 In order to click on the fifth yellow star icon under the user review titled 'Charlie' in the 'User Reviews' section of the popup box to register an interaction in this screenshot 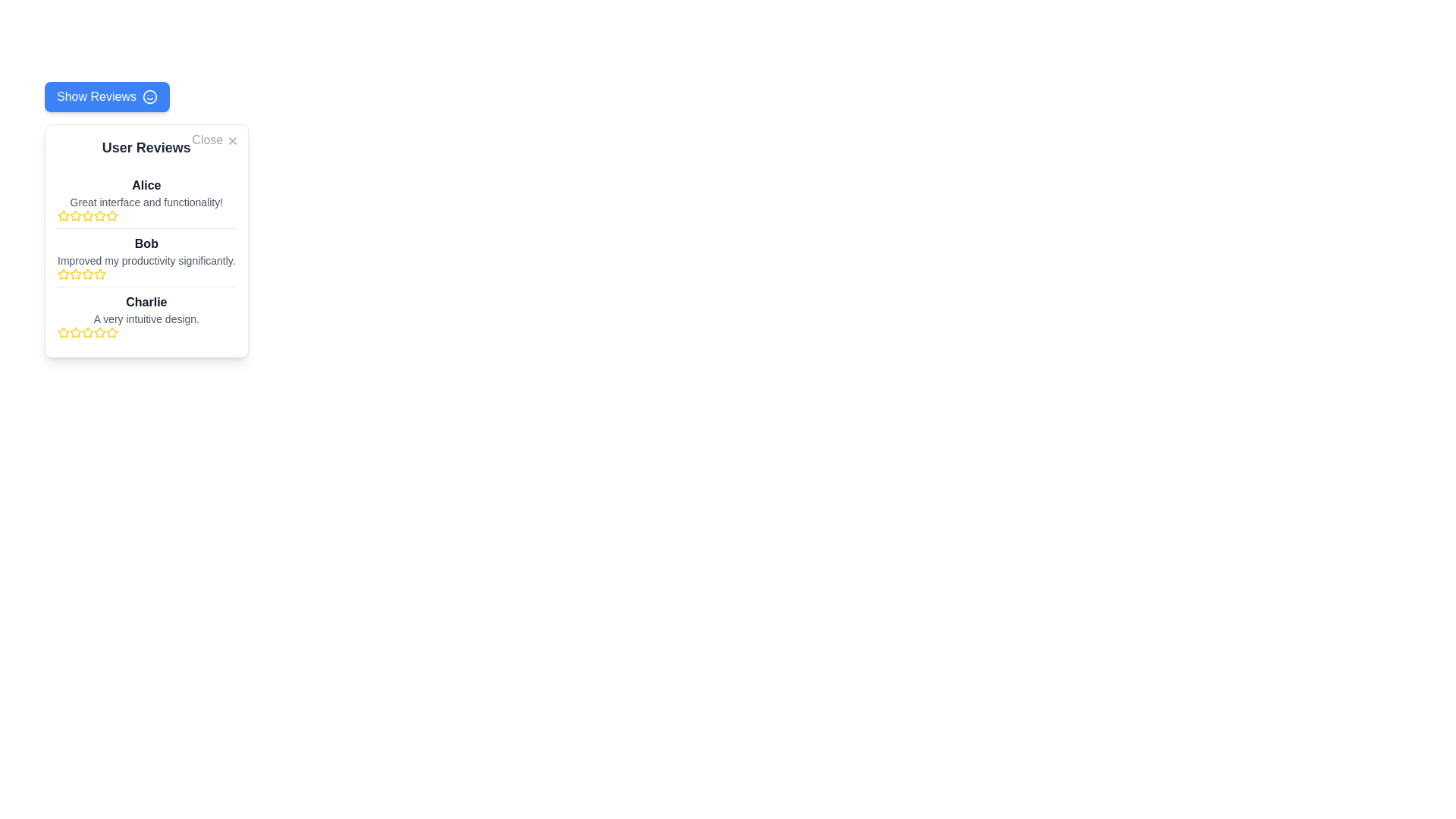, I will do `click(86, 332)`.